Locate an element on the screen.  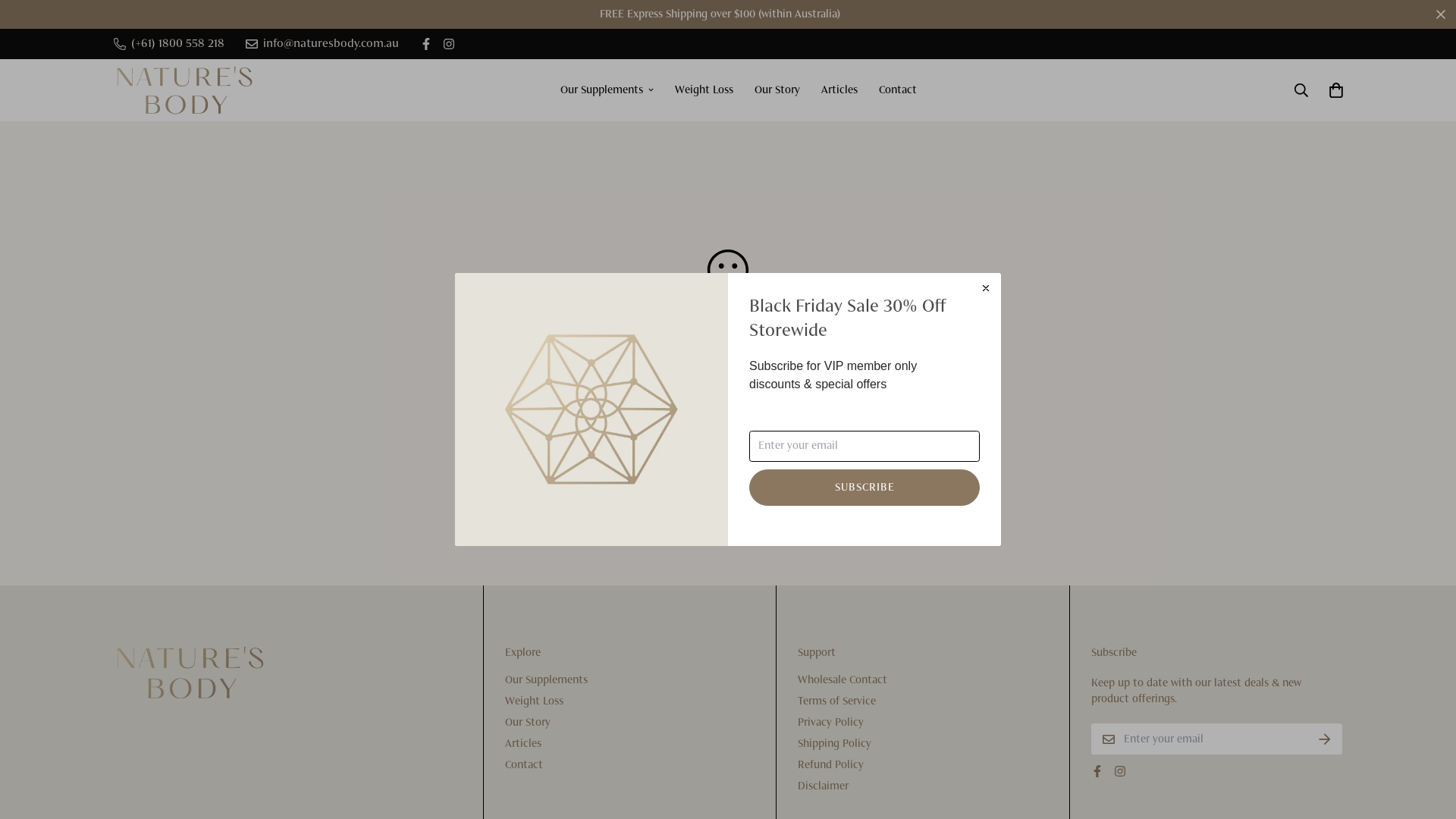
'Our Supplements' is located at coordinates (505, 679).